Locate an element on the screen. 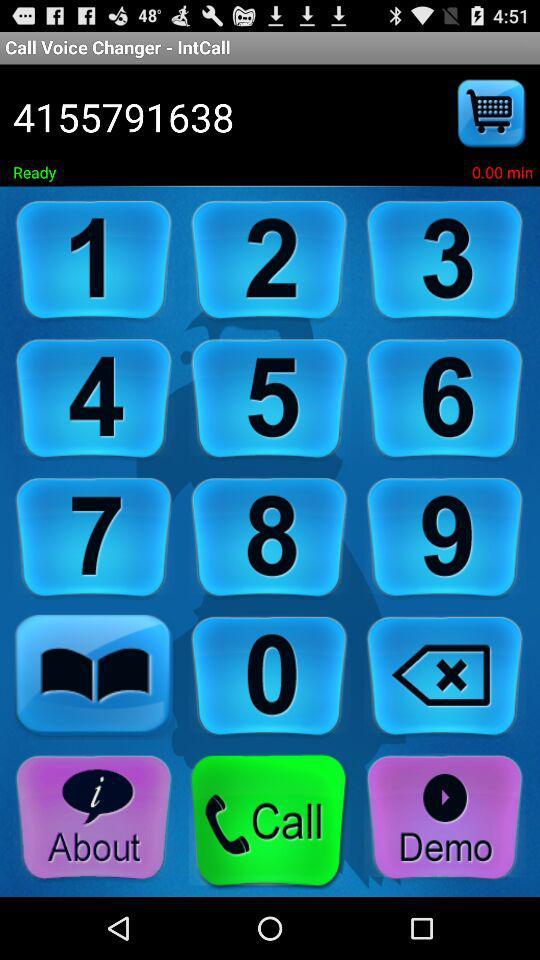 Image resolution: width=540 pixels, height=960 pixels. error option is located at coordinates (445, 677).